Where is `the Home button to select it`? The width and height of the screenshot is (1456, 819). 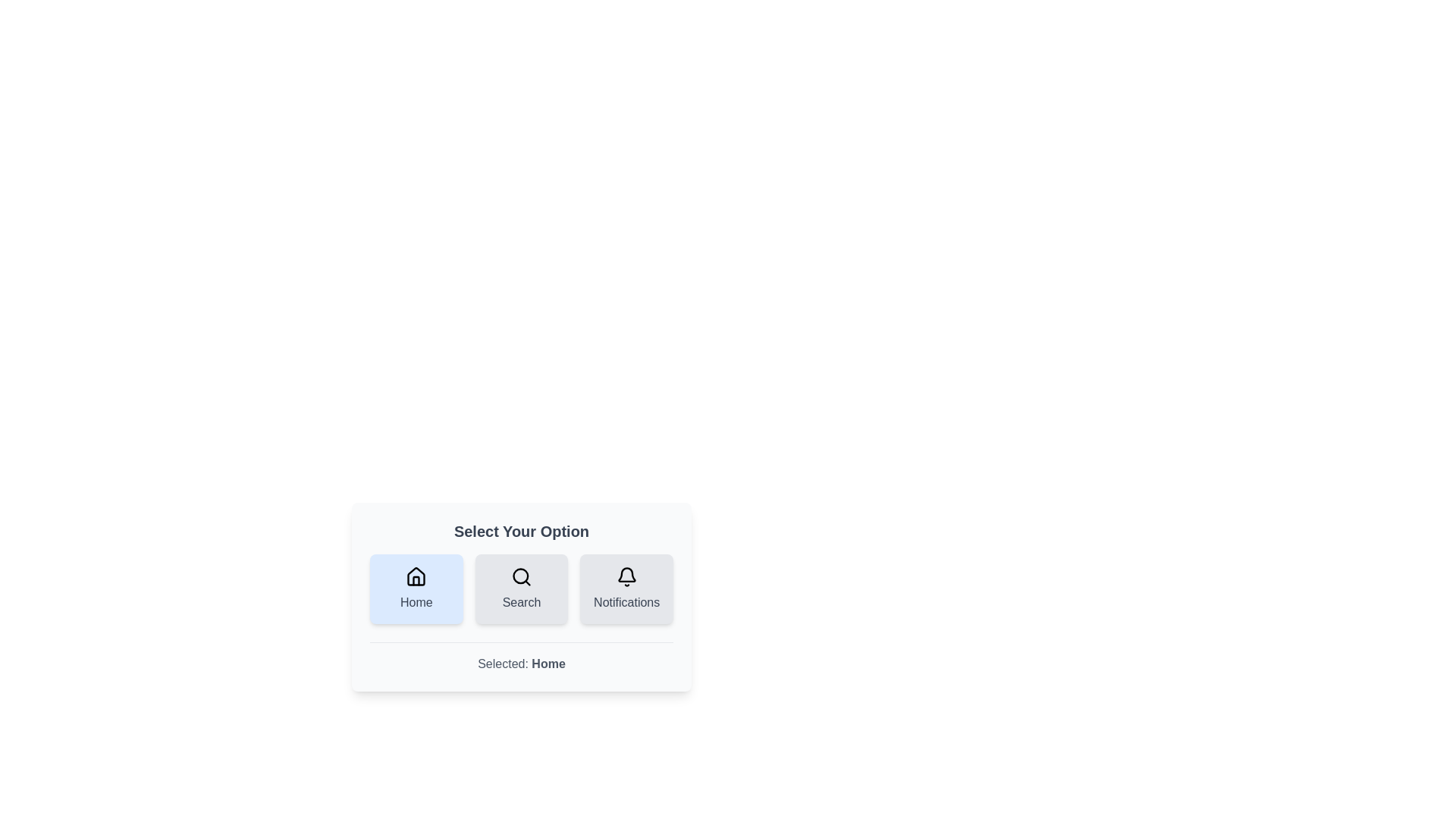
the Home button to select it is located at coordinates (416, 588).